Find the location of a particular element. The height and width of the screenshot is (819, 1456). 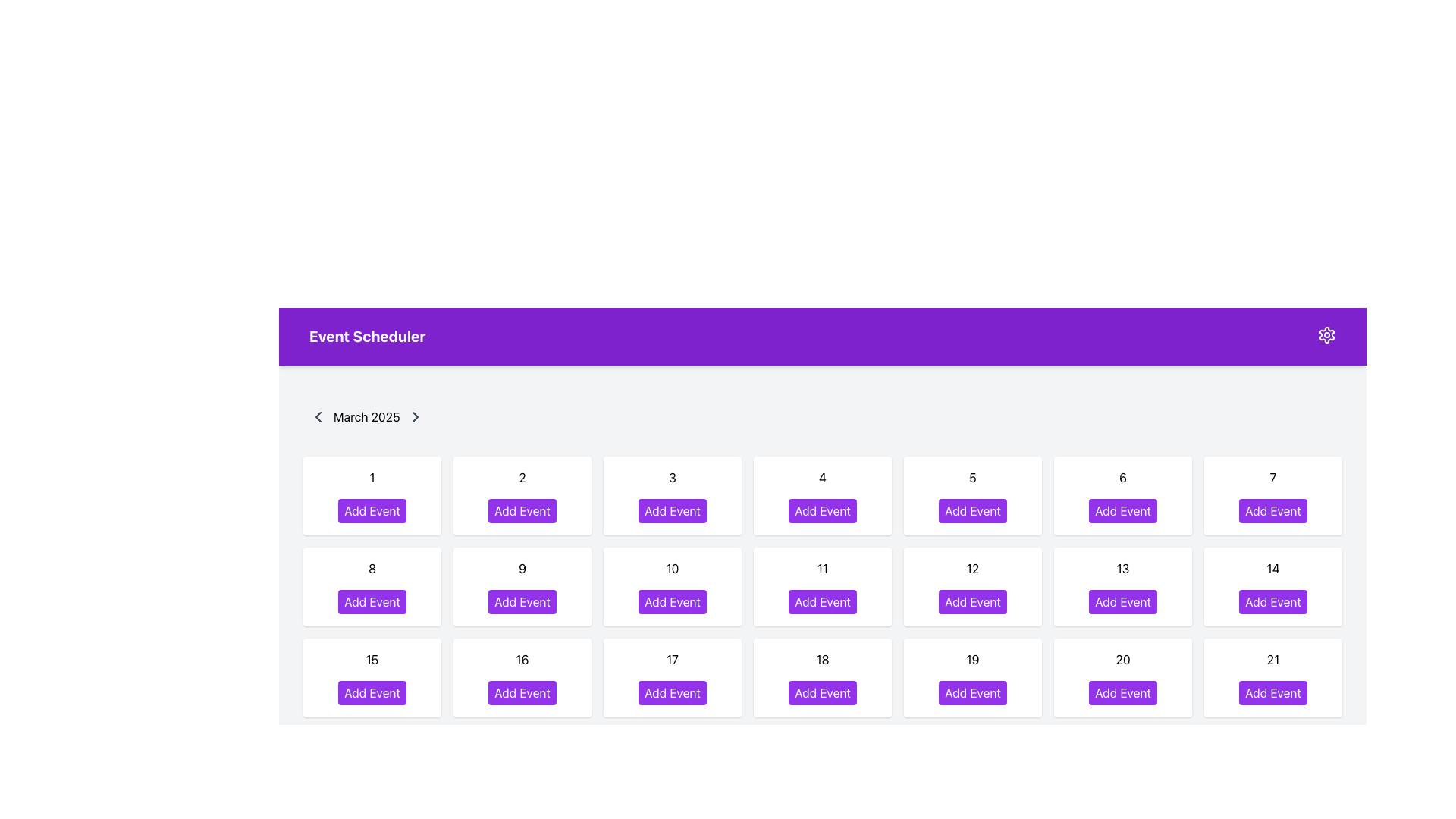

the button for adding an event to the calendar day labeled '16' to invoke the event creation function is located at coordinates (522, 693).